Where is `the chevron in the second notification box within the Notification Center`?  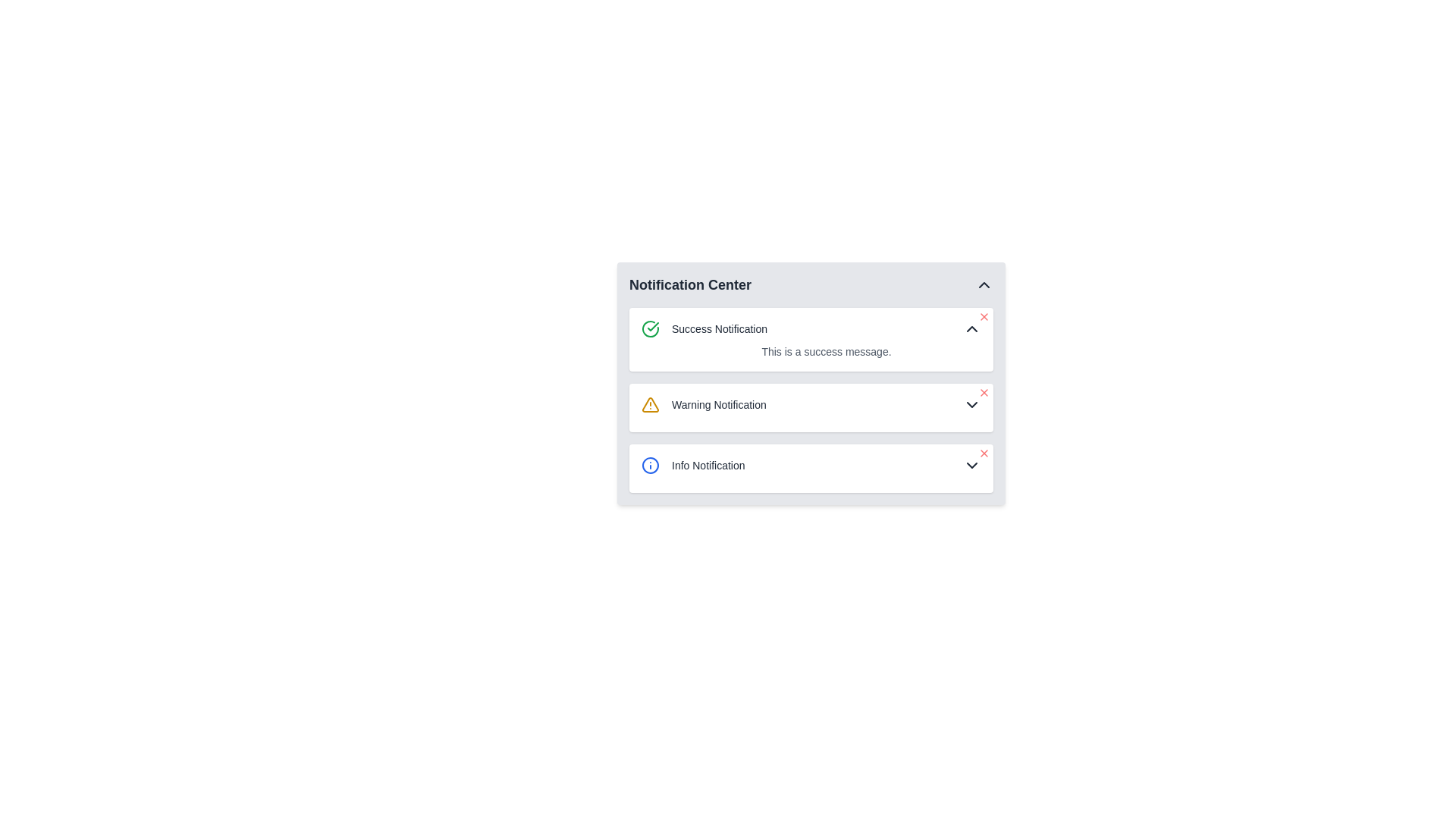 the chevron in the second notification box within the Notification Center is located at coordinates (811, 406).